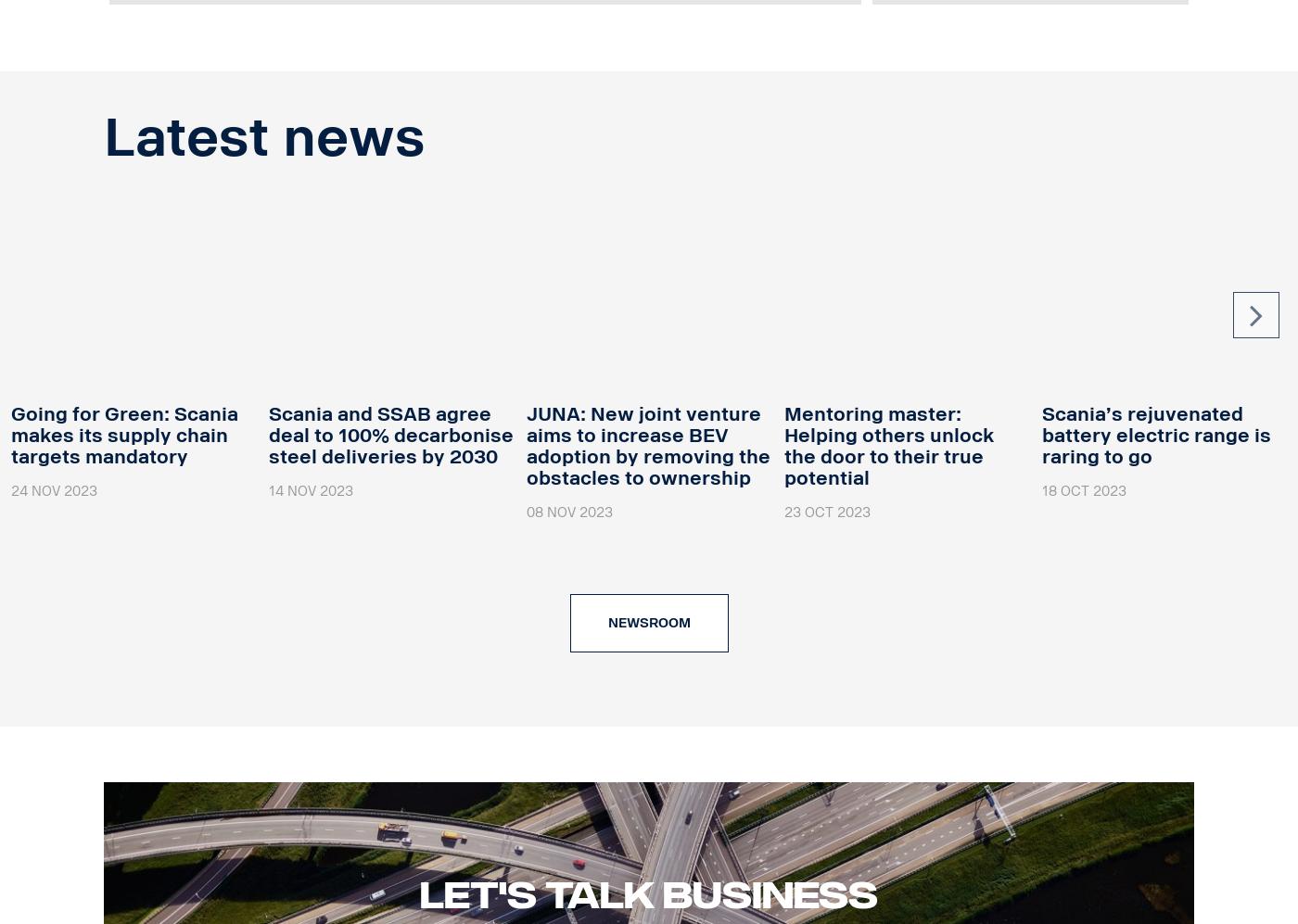 This screenshot has height=924, width=1298. I want to click on 'Scania’s rejuvenated battery electric range is raring to go', so click(1156, 434).